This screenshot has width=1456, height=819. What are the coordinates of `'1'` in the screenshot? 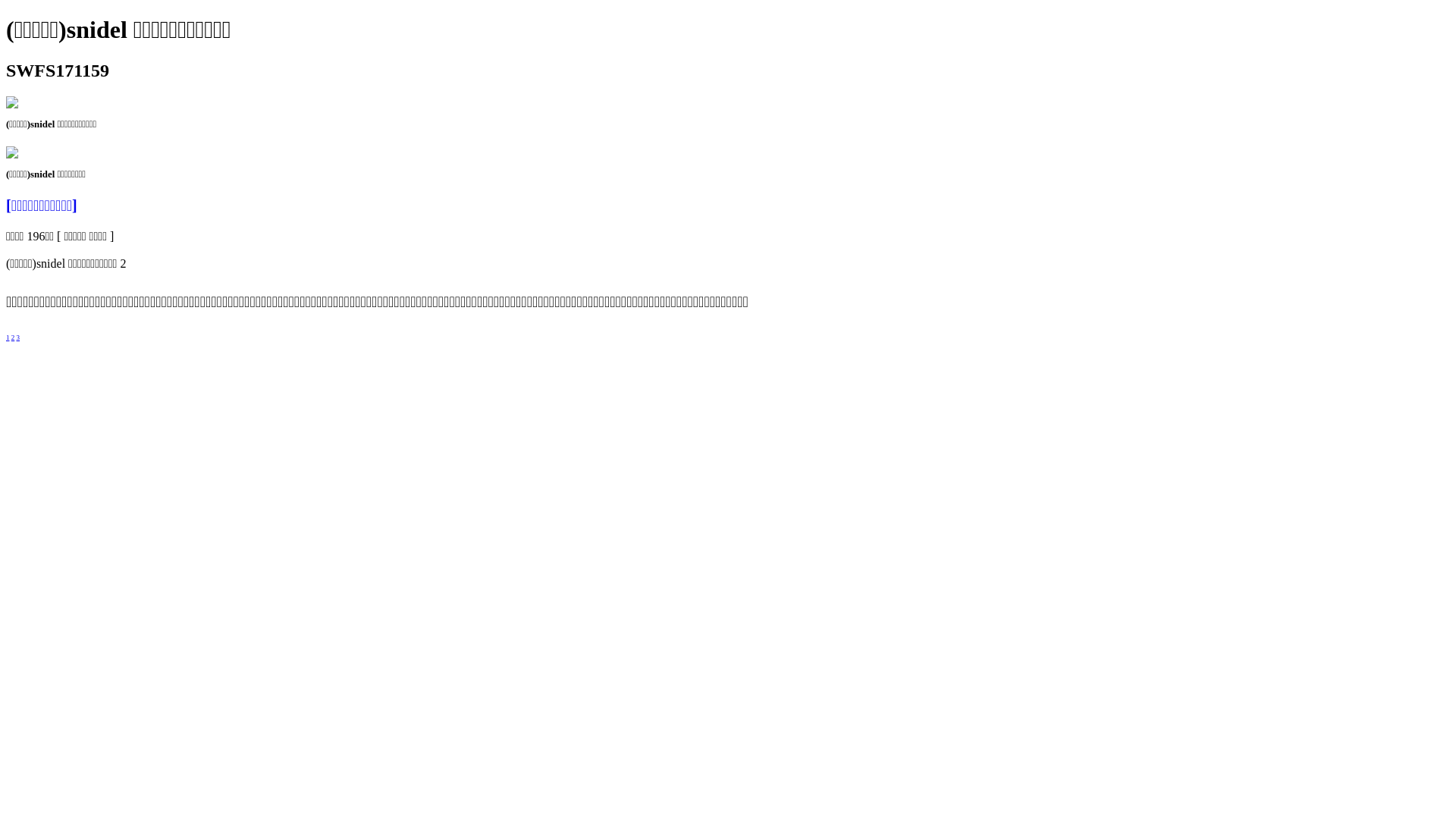 It's located at (6, 336).